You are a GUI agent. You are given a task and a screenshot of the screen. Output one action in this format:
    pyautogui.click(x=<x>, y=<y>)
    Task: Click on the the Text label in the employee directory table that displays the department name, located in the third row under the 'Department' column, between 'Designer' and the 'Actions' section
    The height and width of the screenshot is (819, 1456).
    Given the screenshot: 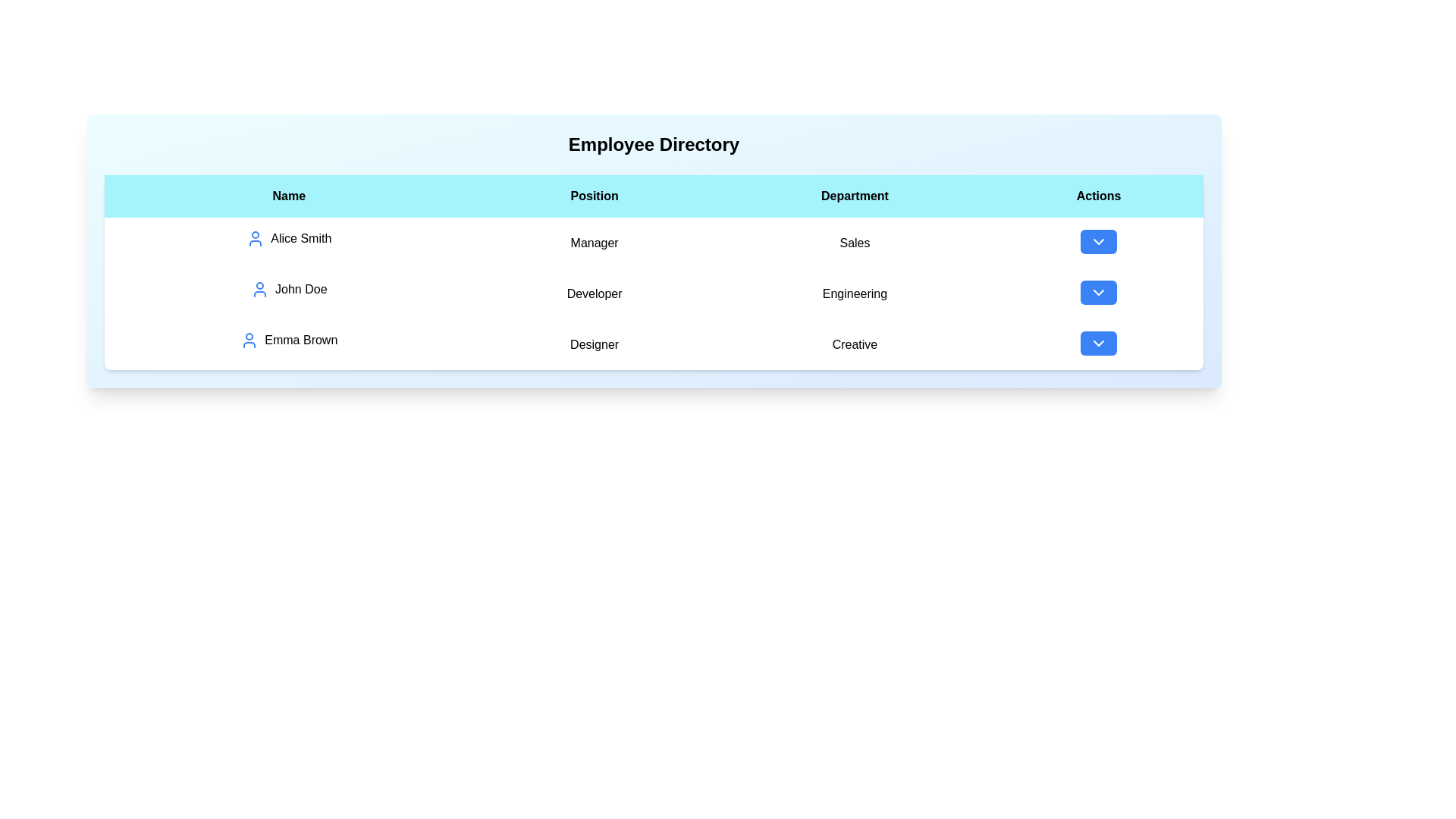 What is the action you would take?
    pyautogui.click(x=855, y=344)
    